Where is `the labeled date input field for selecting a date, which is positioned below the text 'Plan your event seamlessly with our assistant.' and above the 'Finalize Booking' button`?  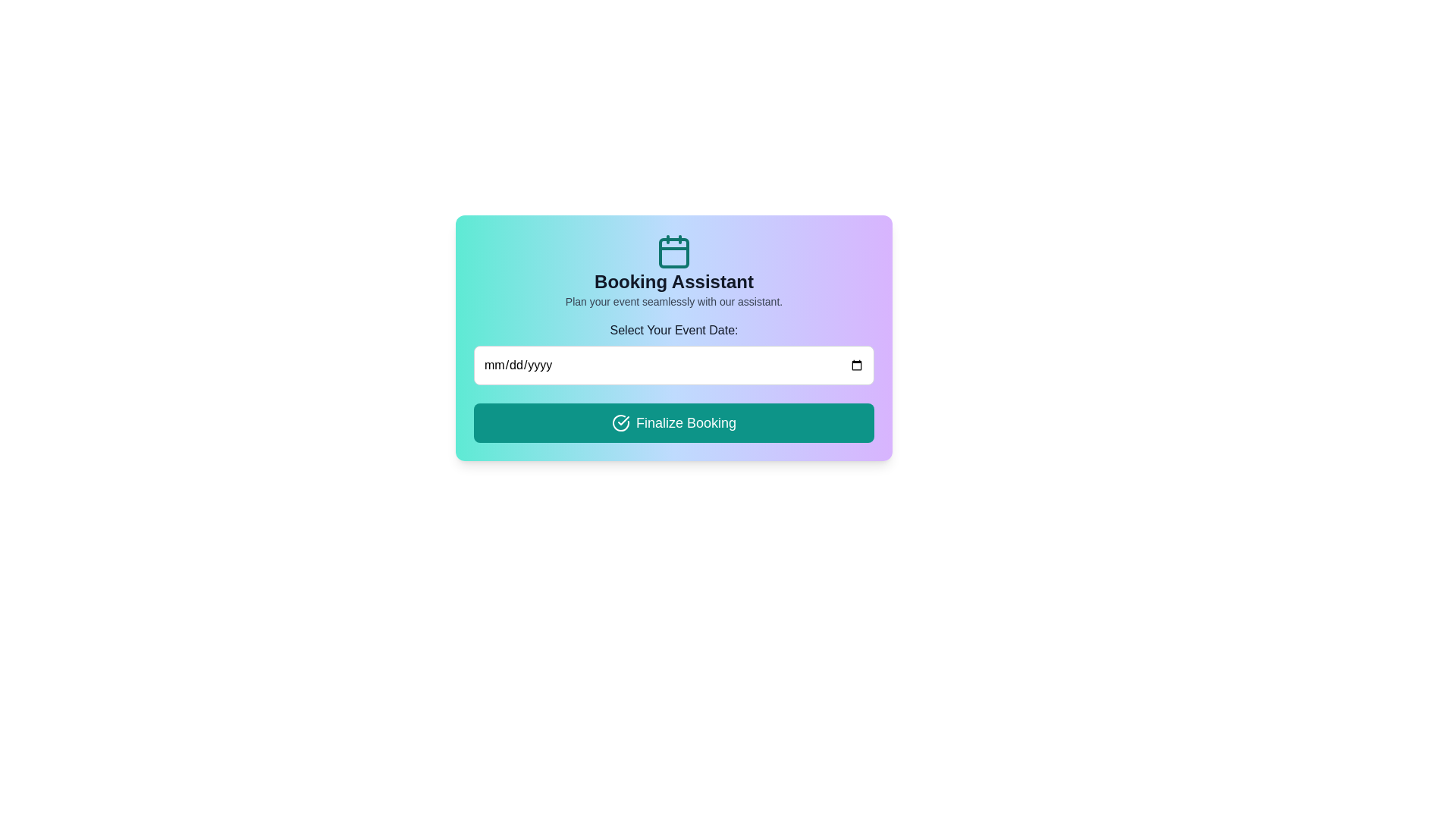 the labeled date input field for selecting a date, which is positioned below the text 'Plan your event seamlessly with our assistant.' and above the 'Finalize Booking' button is located at coordinates (673, 353).